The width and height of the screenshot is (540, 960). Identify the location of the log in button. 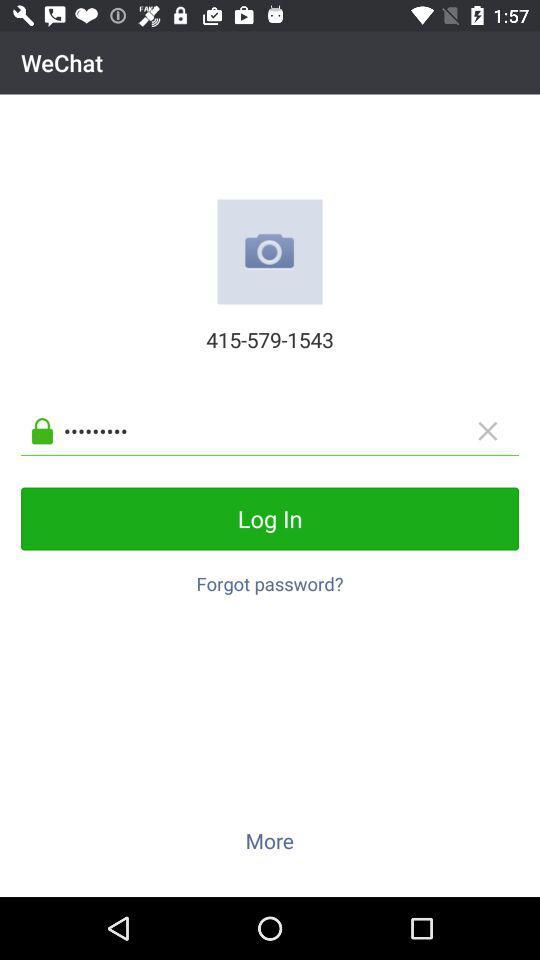
(270, 517).